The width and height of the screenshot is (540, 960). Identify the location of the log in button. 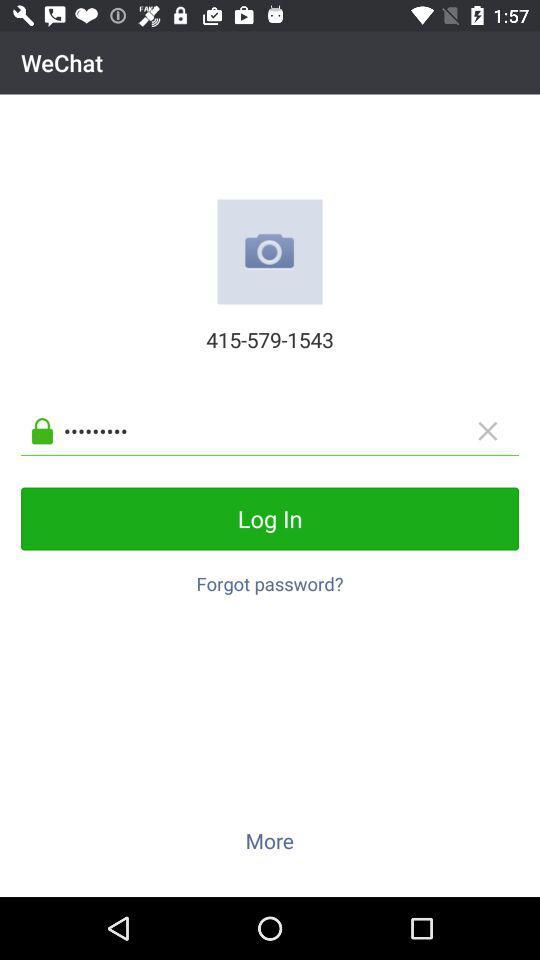
(270, 517).